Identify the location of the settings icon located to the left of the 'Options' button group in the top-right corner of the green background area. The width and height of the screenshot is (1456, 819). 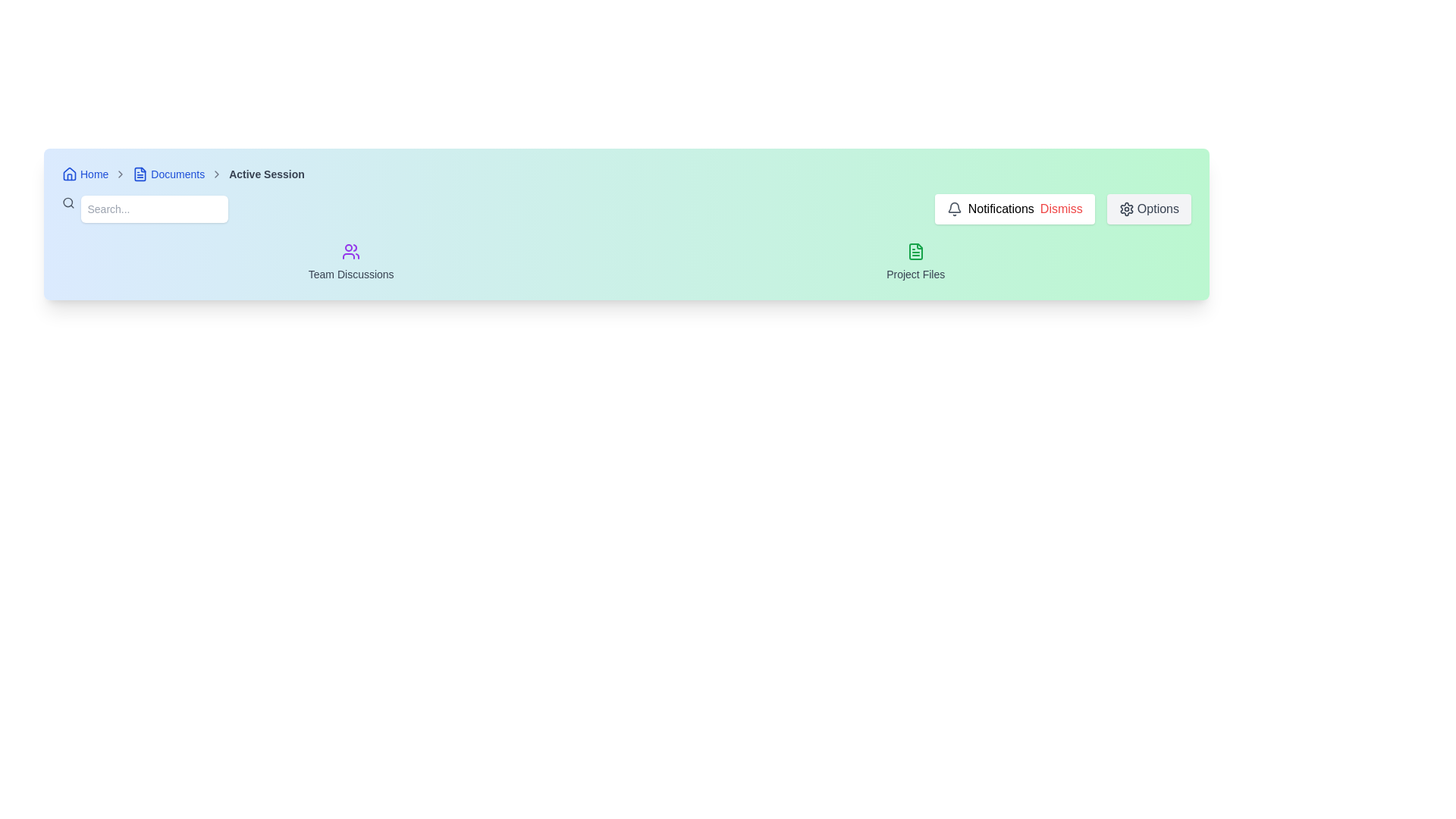
(1126, 209).